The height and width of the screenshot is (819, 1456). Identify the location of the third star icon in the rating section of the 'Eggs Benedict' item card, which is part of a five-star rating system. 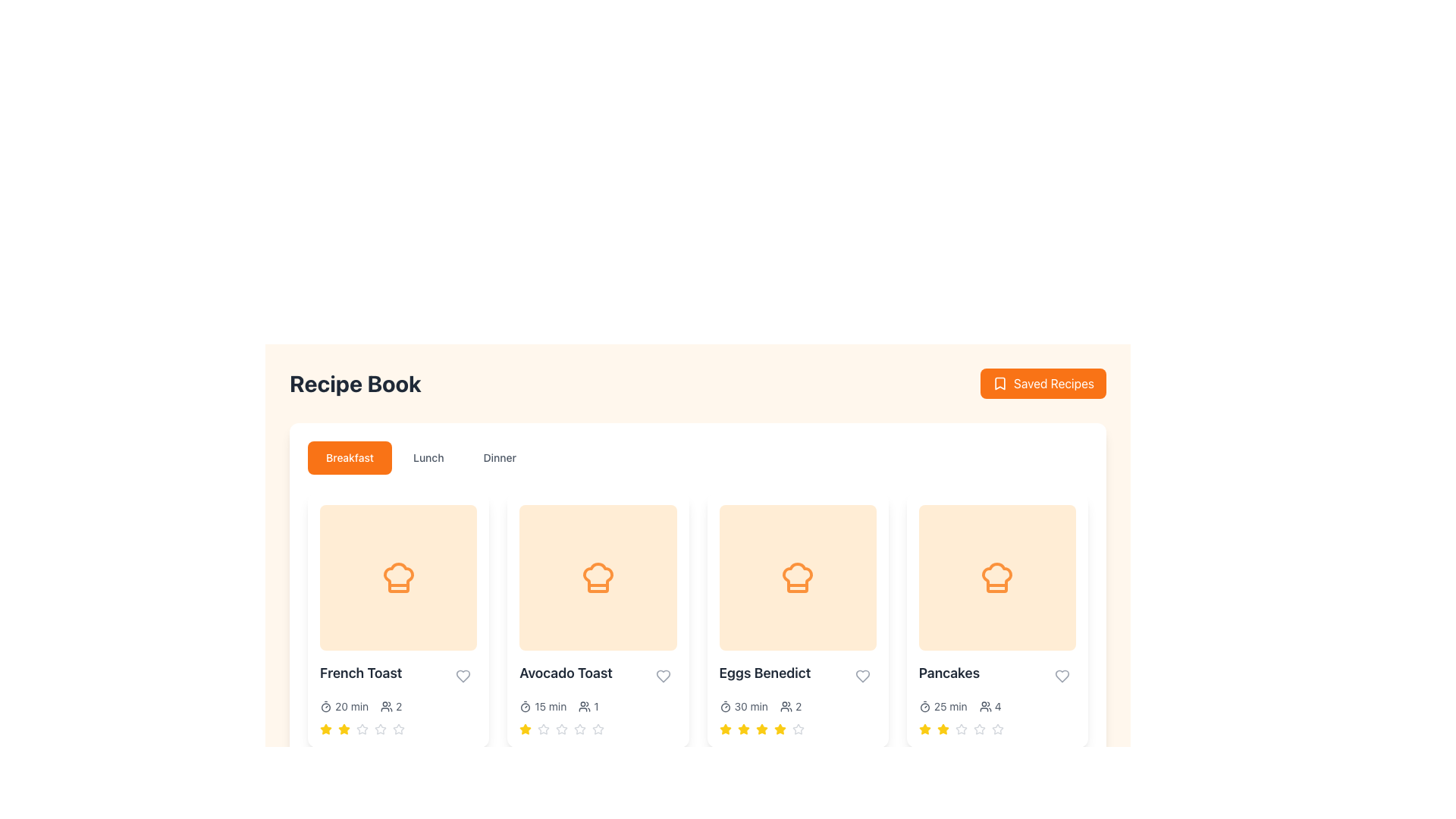
(743, 728).